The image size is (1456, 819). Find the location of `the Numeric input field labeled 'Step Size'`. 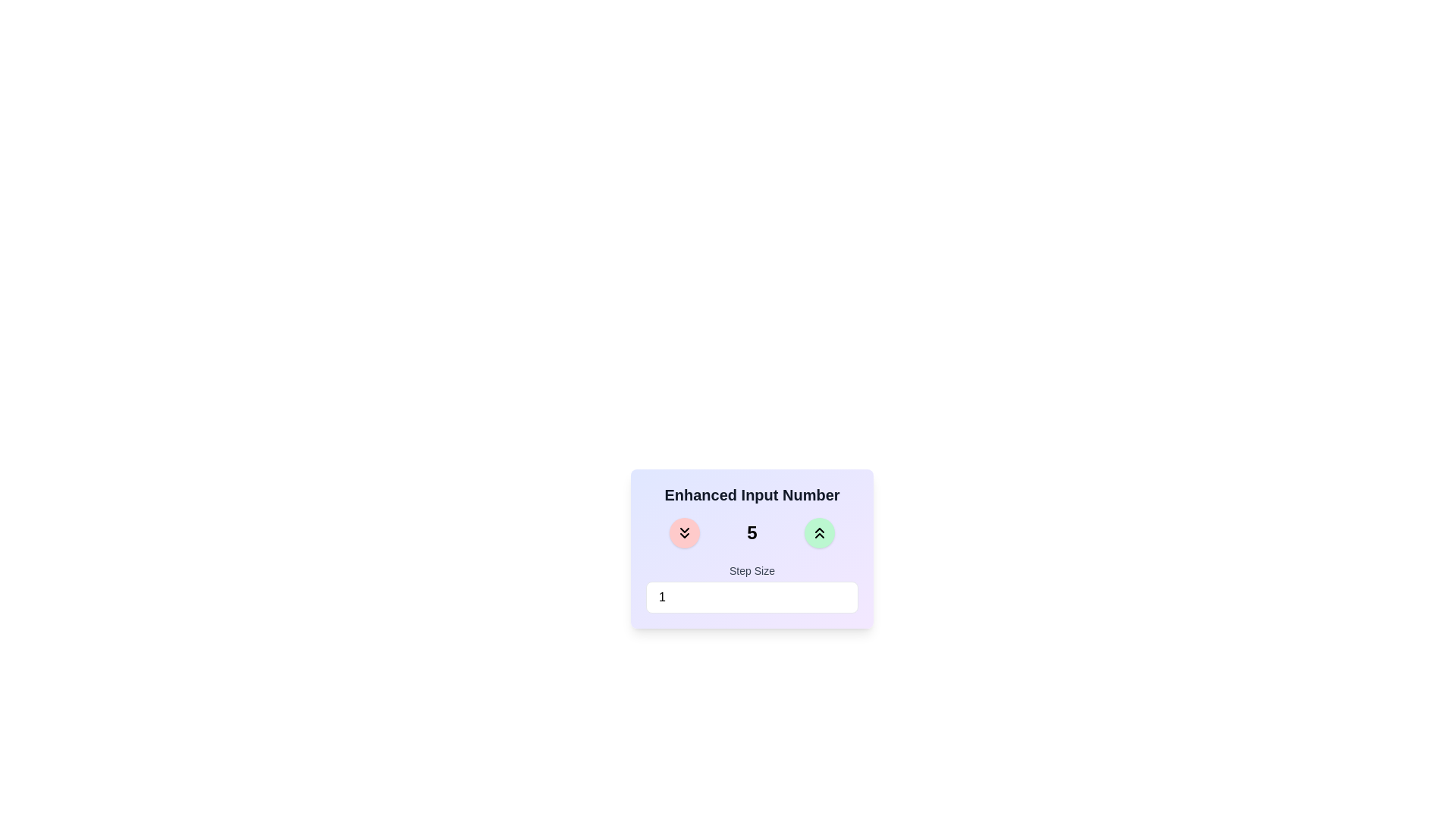

the Numeric input field labeled 'Step Size' is located at coordinates (752, 587).